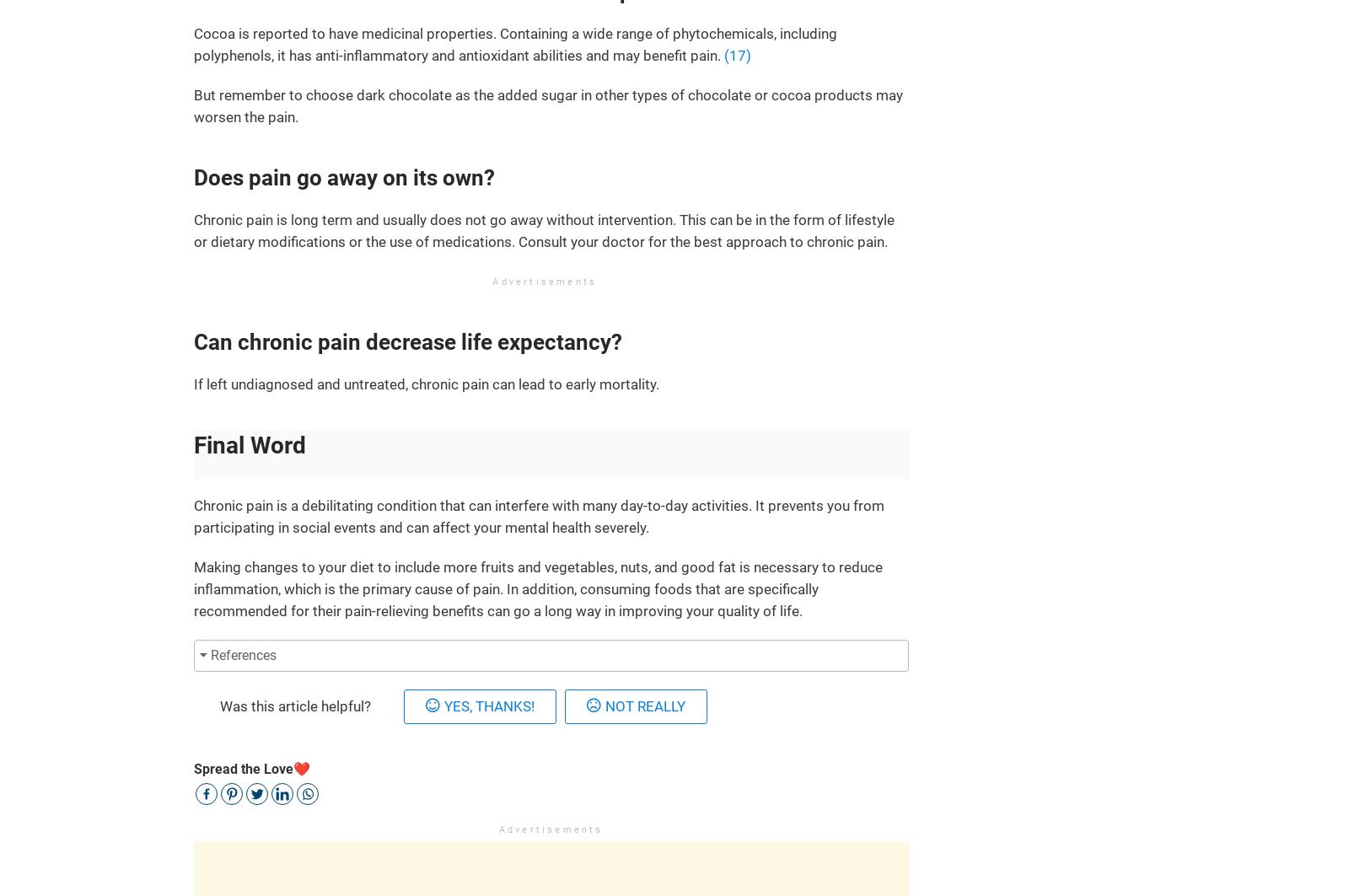 This screenshot has width=1349, height=896. Describe the element at coordinates (426, 384) in the screenshot. I see `'If left undiagnosed and untreated, chronic pain can lead to early mortality.'` at that location.